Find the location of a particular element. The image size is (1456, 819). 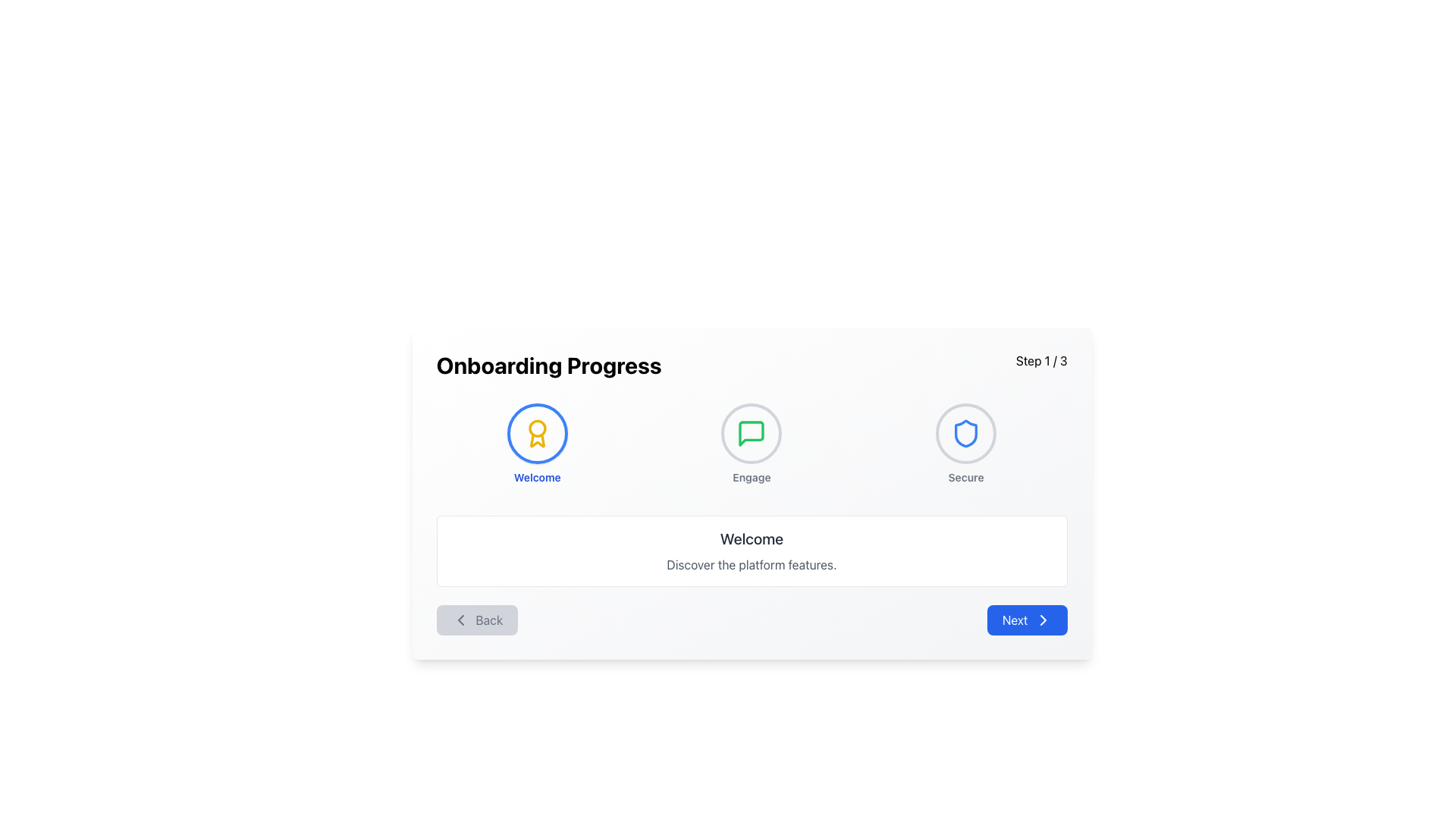

the decorative achievement graphic component in the 'Welcome' section of the onboarding process, which is part of the award icon within the 'Onboarding Progress' interface is located at coordinates (537, 441).